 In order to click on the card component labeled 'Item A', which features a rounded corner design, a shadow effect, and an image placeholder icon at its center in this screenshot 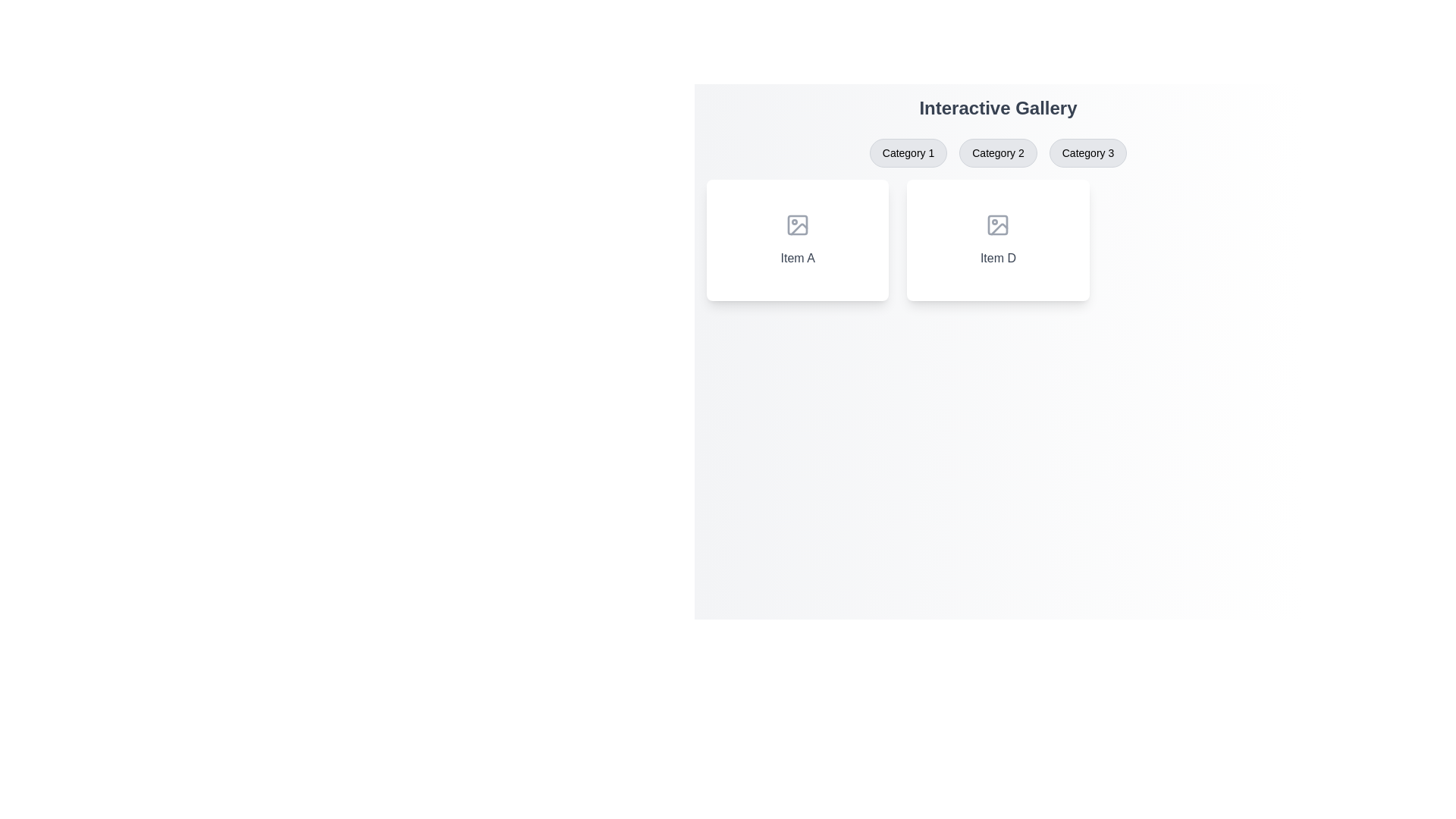, I will do `click(797, 239)`.